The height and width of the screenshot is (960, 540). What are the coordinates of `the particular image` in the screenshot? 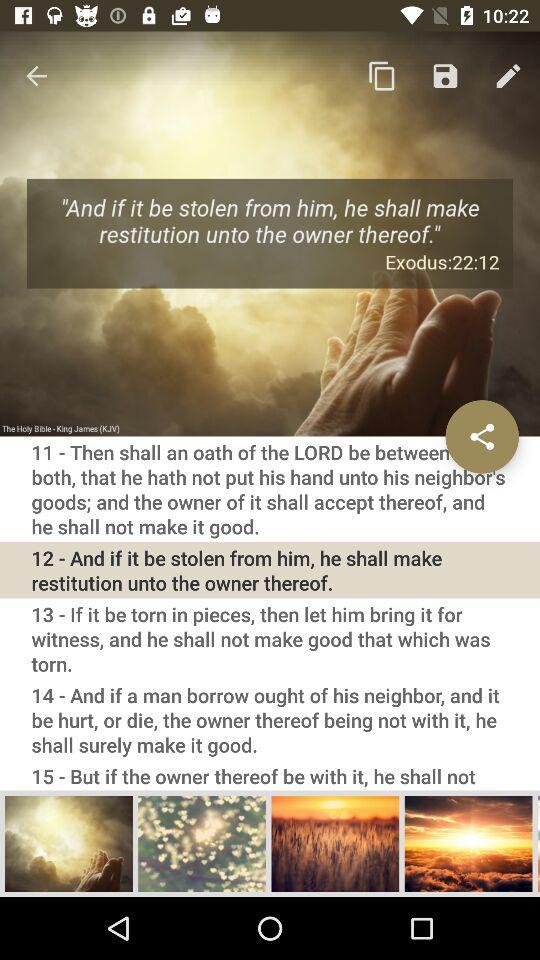 It's located at (335, 842).